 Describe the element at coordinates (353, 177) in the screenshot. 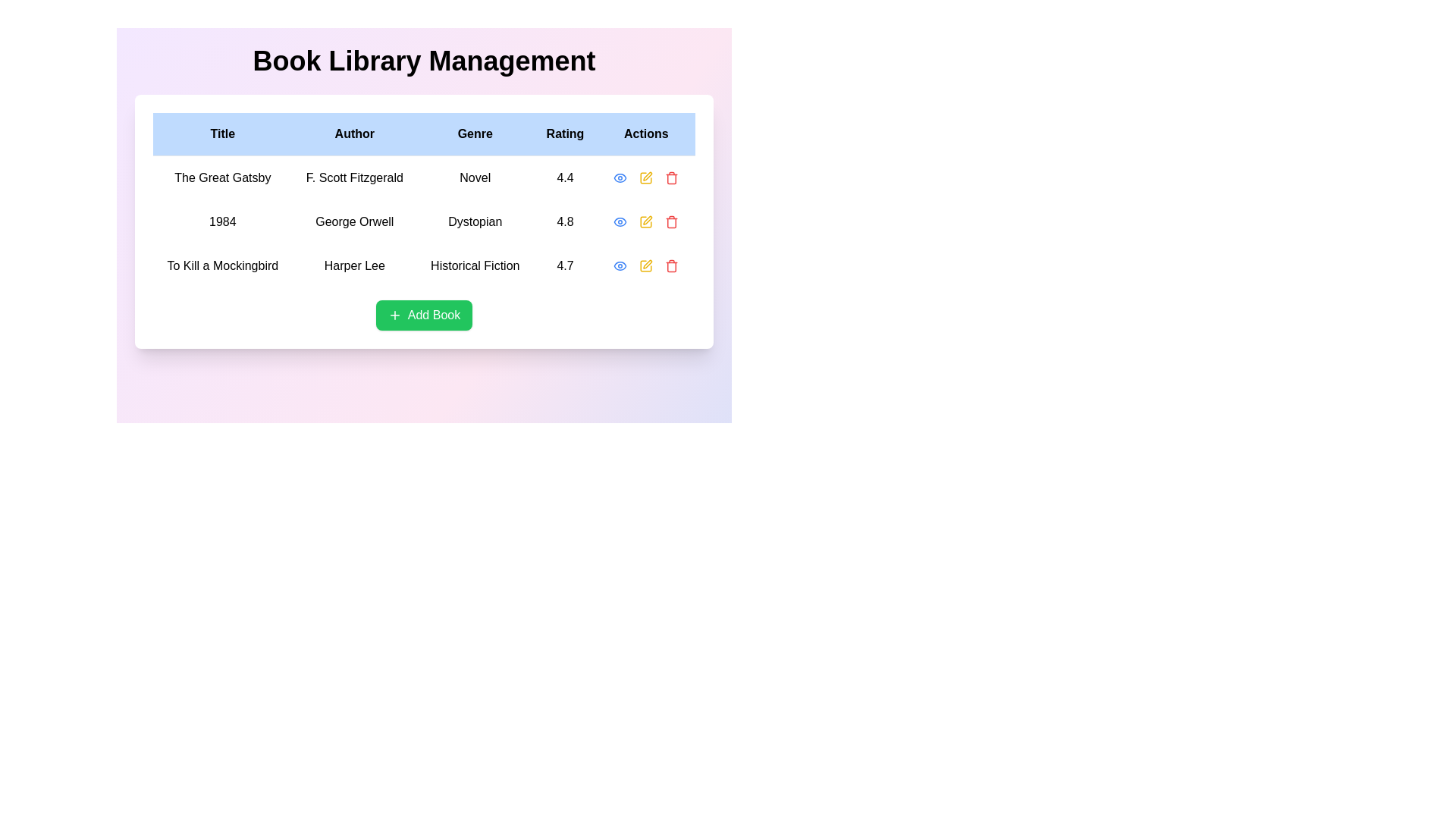

I see `the text label identifying the author of 'The Great Gatsby' in the second cell of the 'Author' column in the first row of the table` at that location.